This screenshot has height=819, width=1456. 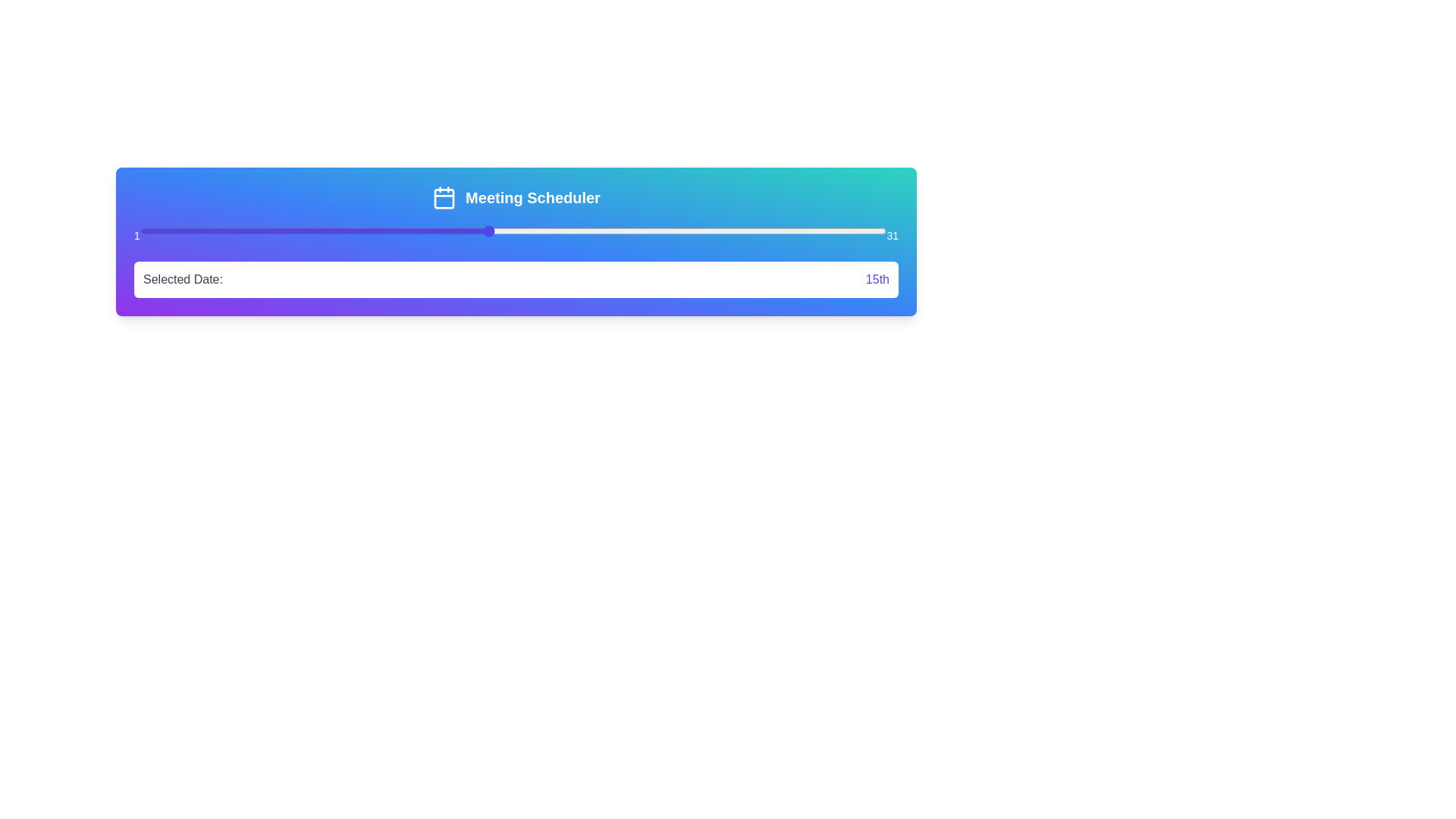 I want to click on the slider, so click(x=562, y=231).